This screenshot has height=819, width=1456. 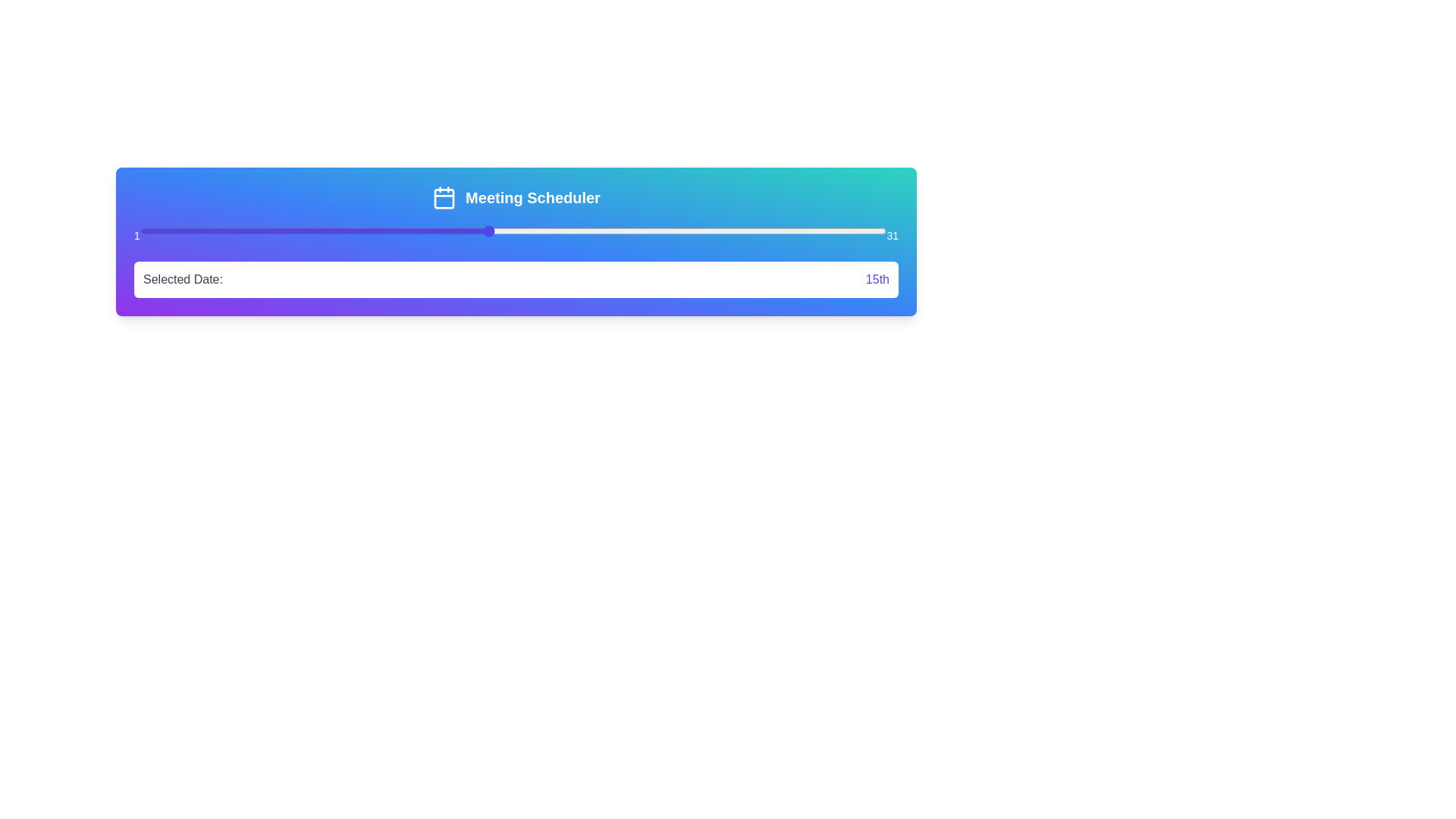 I want to click on the slider, so click(x=562, y=231).